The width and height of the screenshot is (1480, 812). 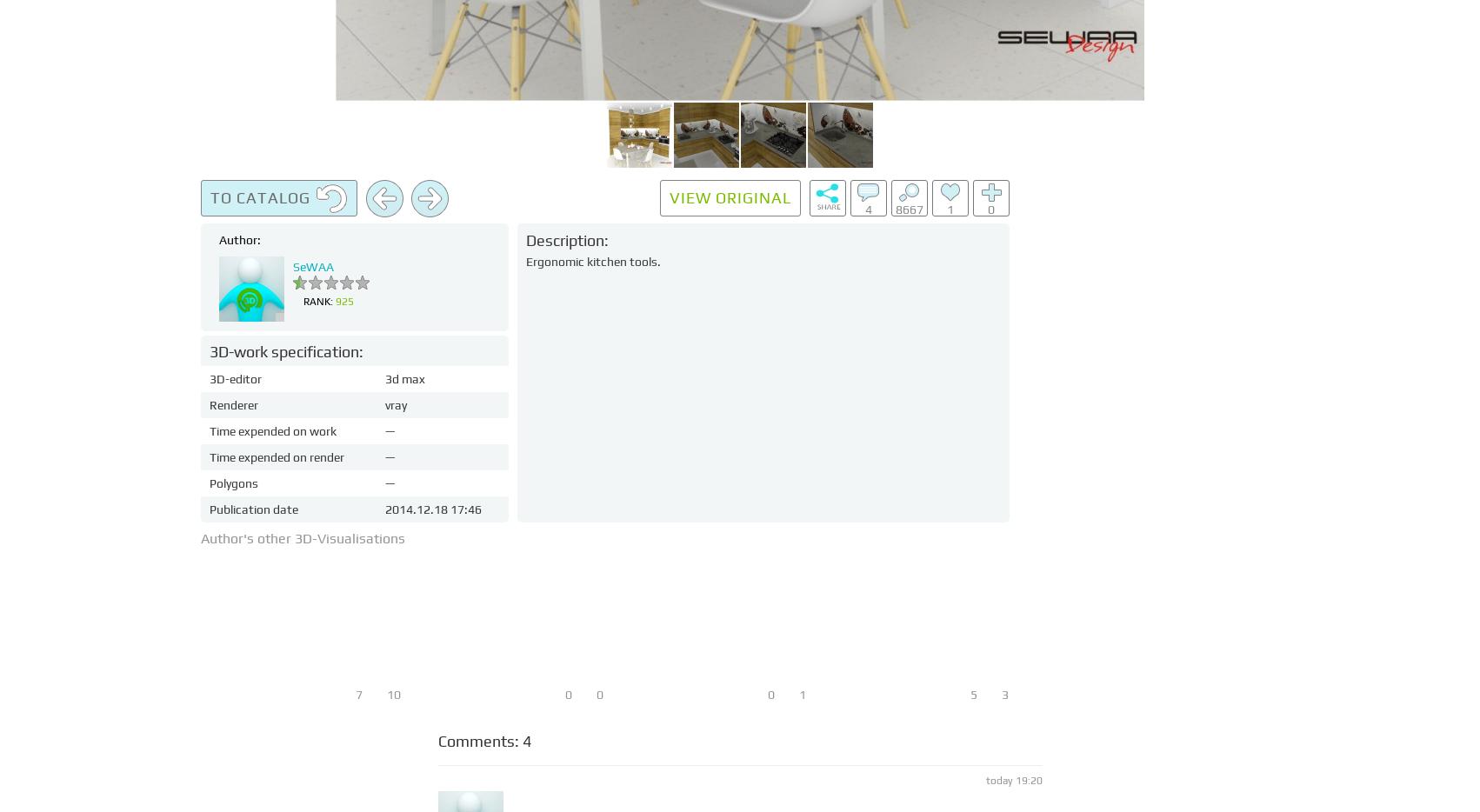 I want to click on 'Description:', so click(x=567, y=240).